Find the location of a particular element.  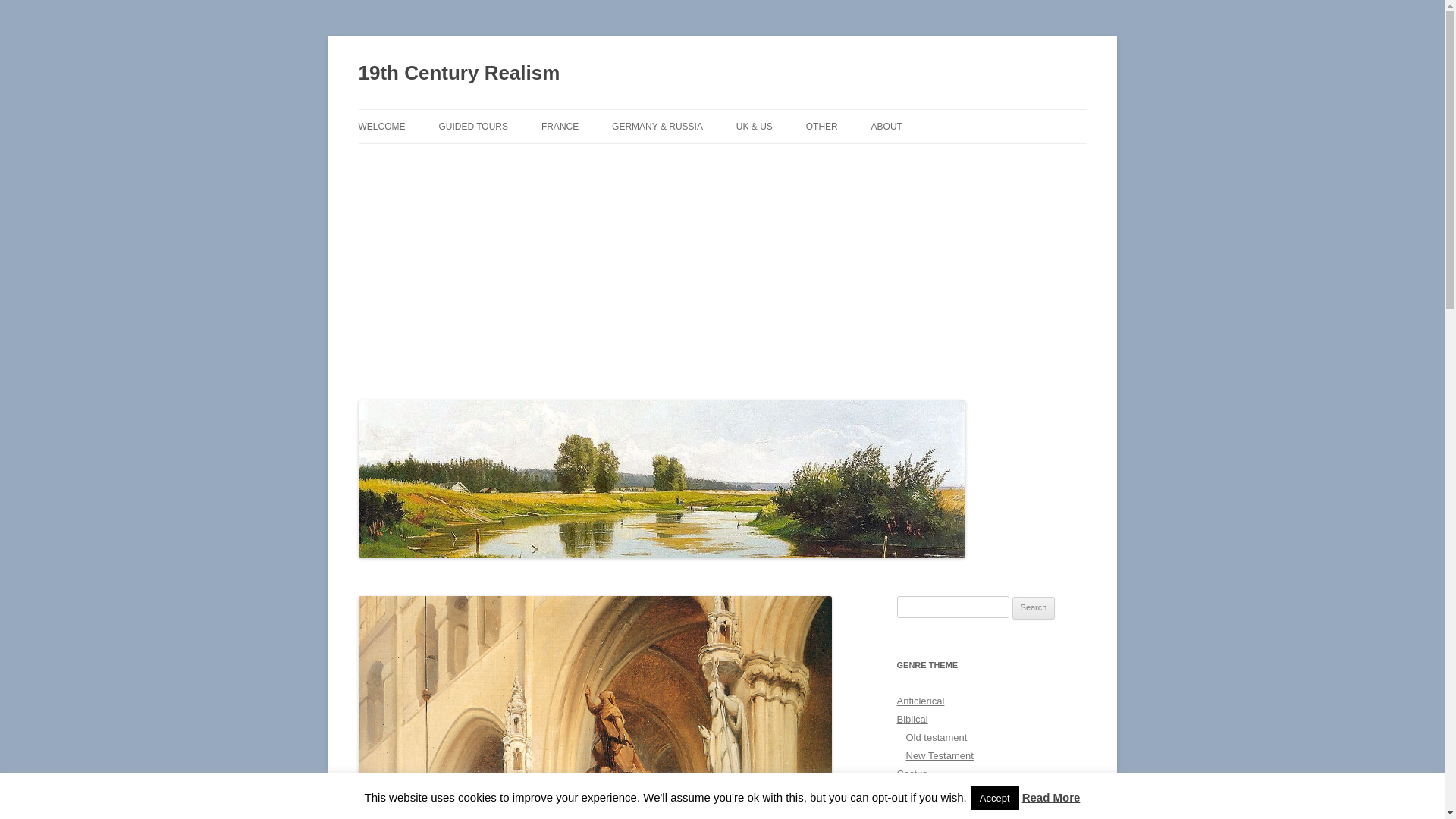

'Customs & Myths' is located at coordinates (934, 809).